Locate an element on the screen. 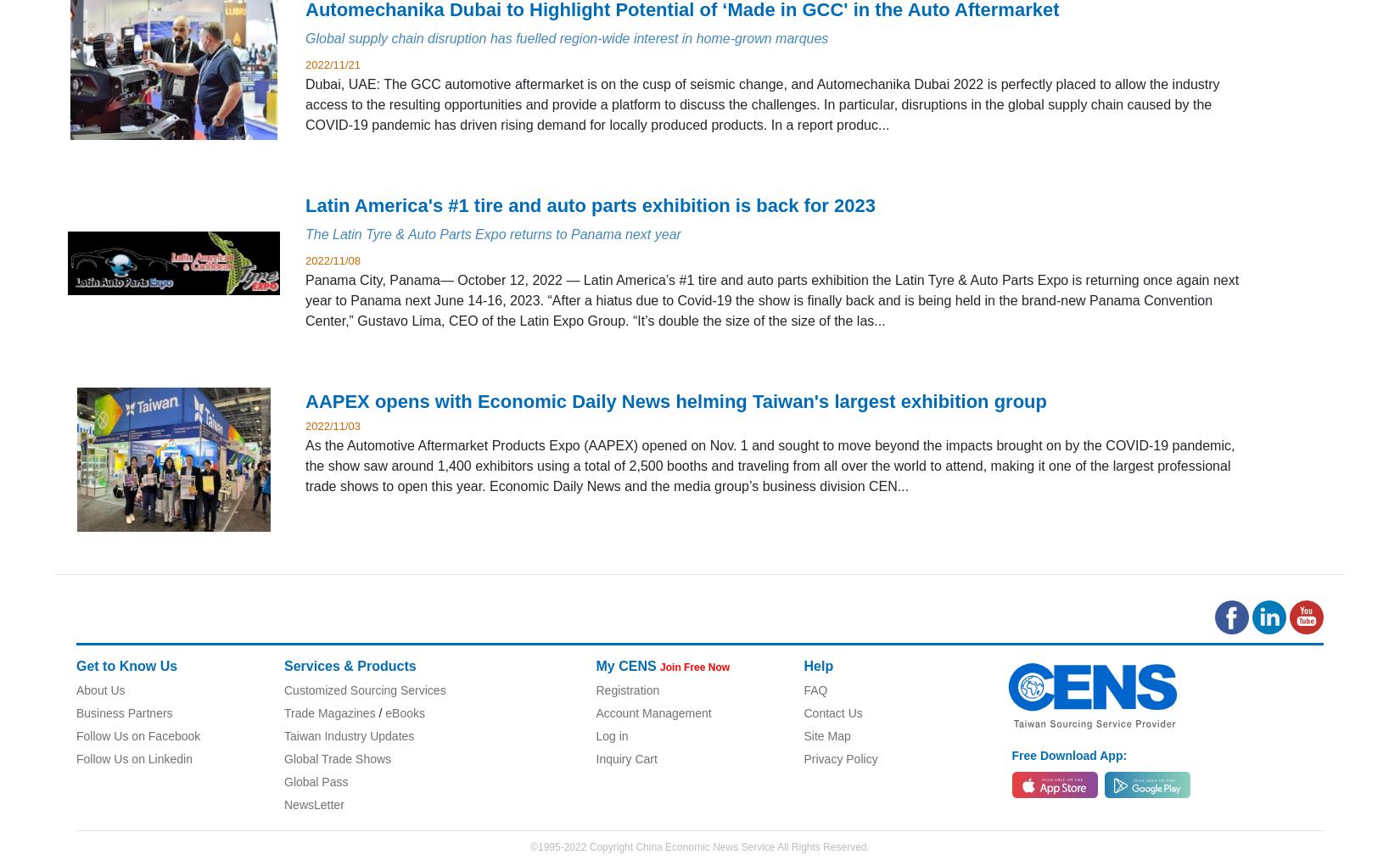 Image resolution: width=1400 pixels, height=860 pixels. '/' is located at coordinates (378, 712).